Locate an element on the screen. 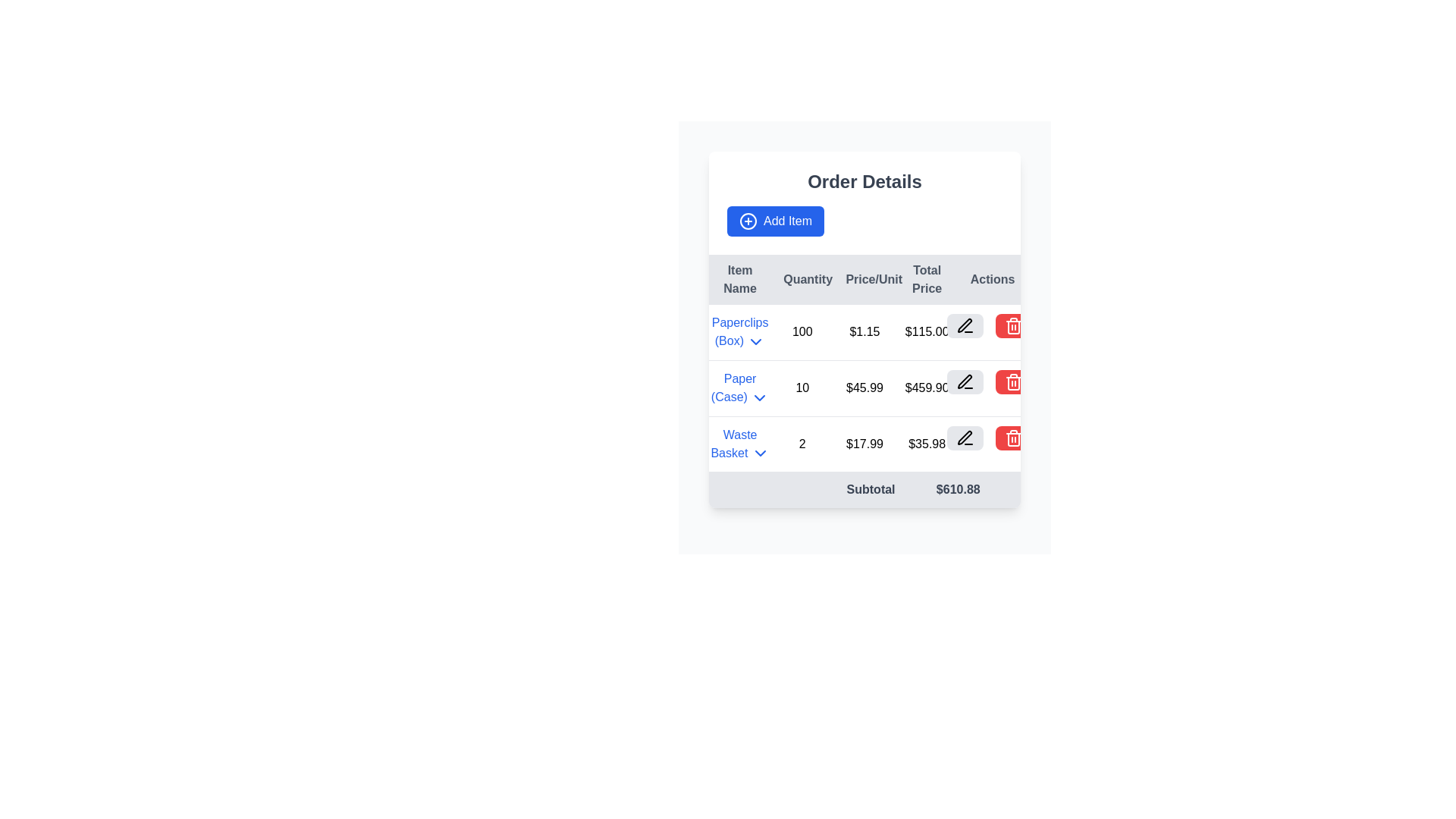 Image resolution: width=1456 pixels, height=819 pixels. the 'edit' icon button located in the 'Actions' column of the table, which allows users to edit the corresponding row's details is located at coordinates (964, 438).